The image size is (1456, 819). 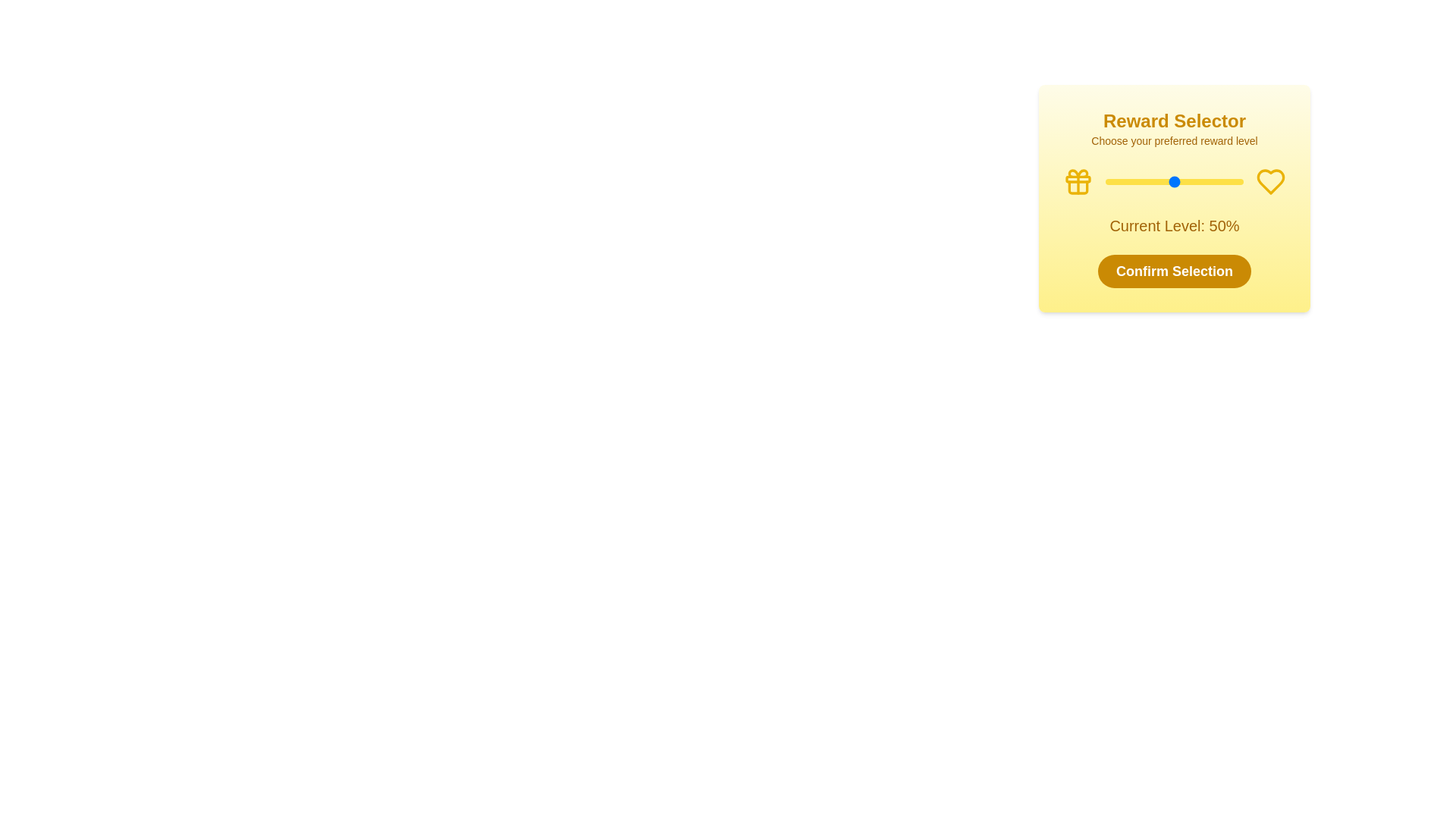 What do you see at coordinates (1174, 271) in the screenshot?
I see `the confirm button located at the bottom of the reward adjustment interface to observe its hover state` at bounding box center [1174, 271].